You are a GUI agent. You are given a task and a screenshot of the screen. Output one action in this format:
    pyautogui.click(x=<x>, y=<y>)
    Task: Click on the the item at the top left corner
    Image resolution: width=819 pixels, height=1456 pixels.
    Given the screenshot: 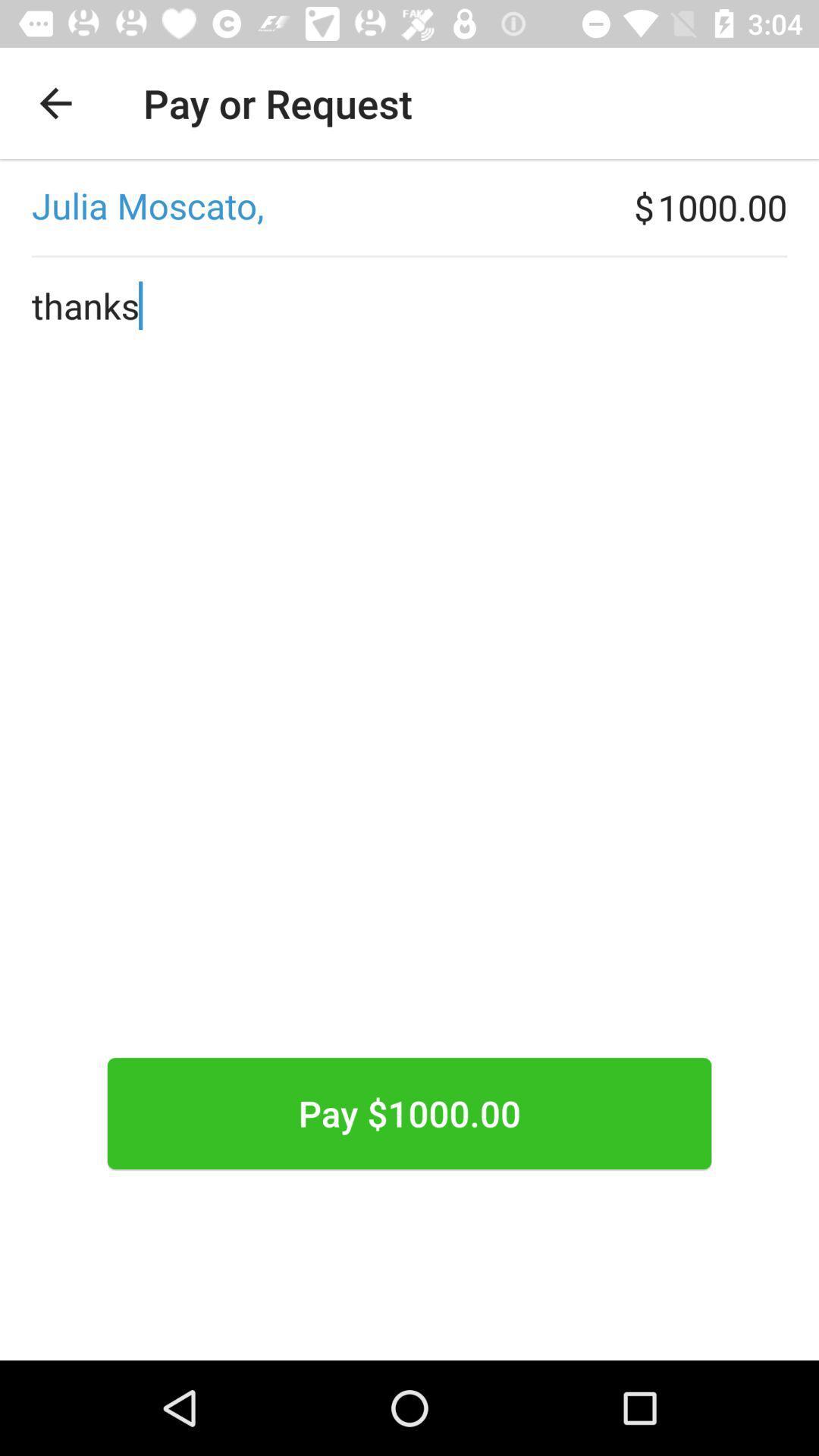 What is the action you would take?
    pyautogui.click(x=55, y=102)
    